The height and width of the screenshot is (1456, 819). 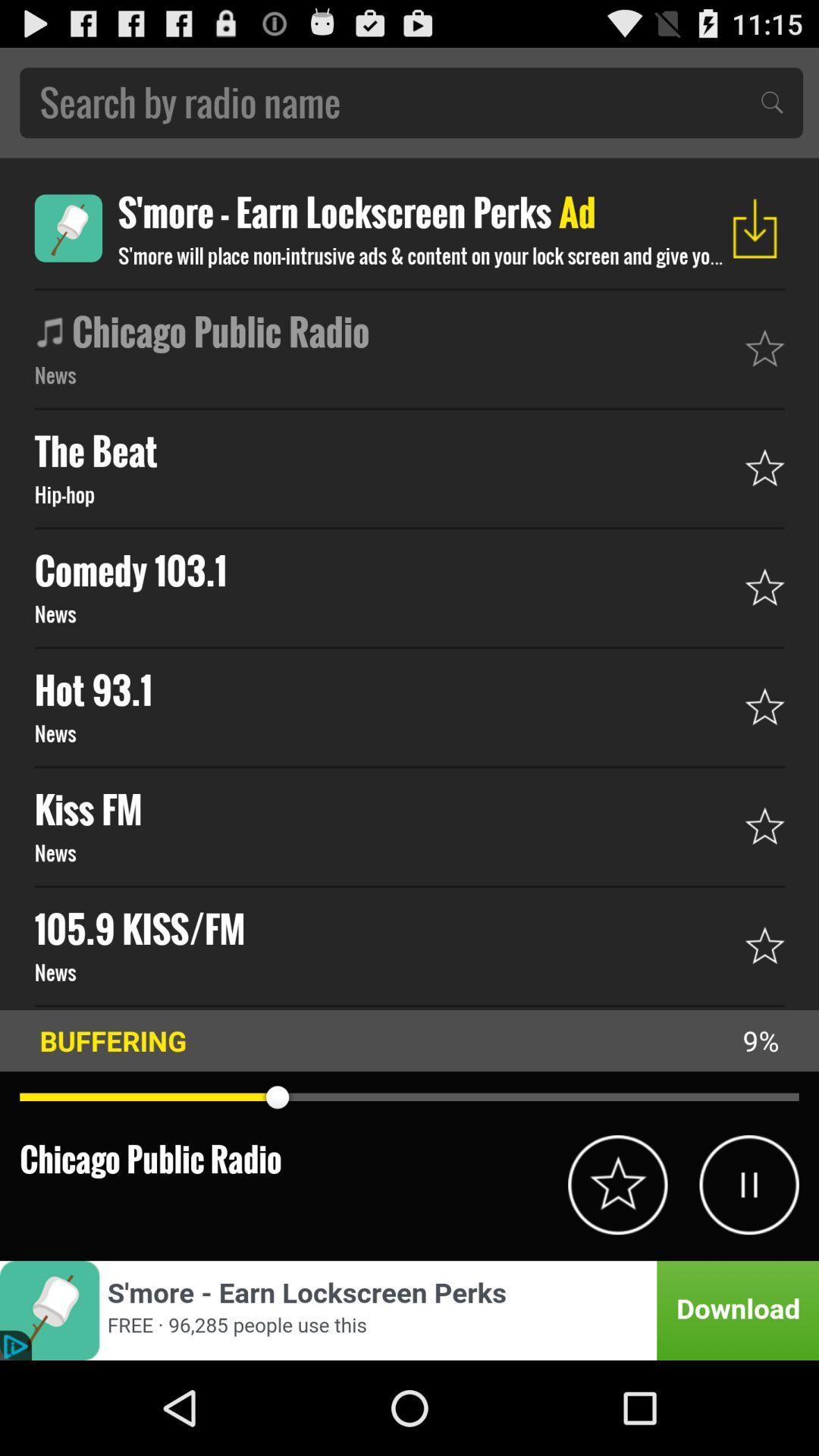 I want to click on the pause icon, so click(x=748, y=1268).